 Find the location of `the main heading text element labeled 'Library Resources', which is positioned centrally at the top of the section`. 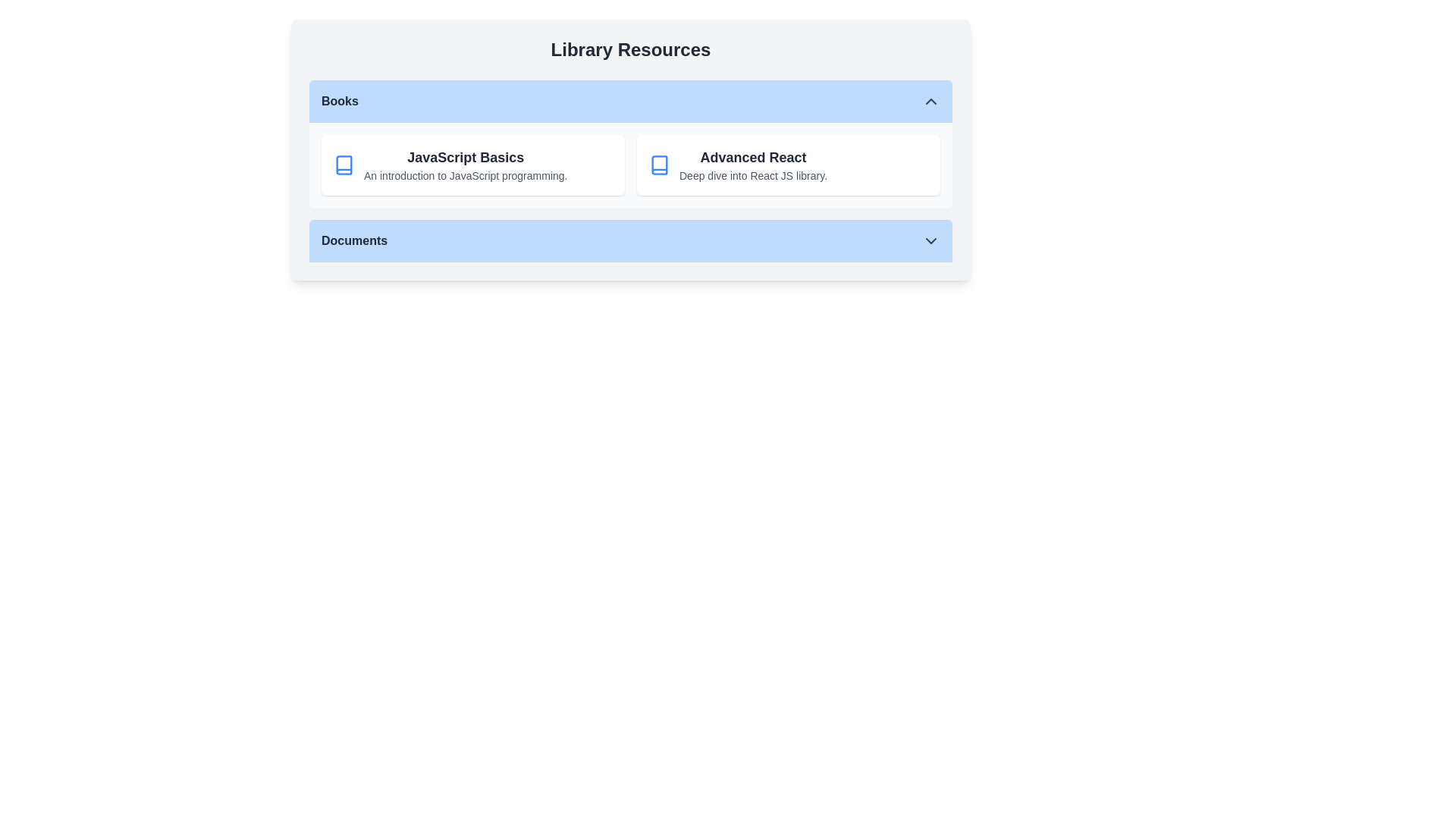

the main heading text element labeled 'Library Resources', which is positioned centrally at the top of the section is located at coordinates (630, 49).